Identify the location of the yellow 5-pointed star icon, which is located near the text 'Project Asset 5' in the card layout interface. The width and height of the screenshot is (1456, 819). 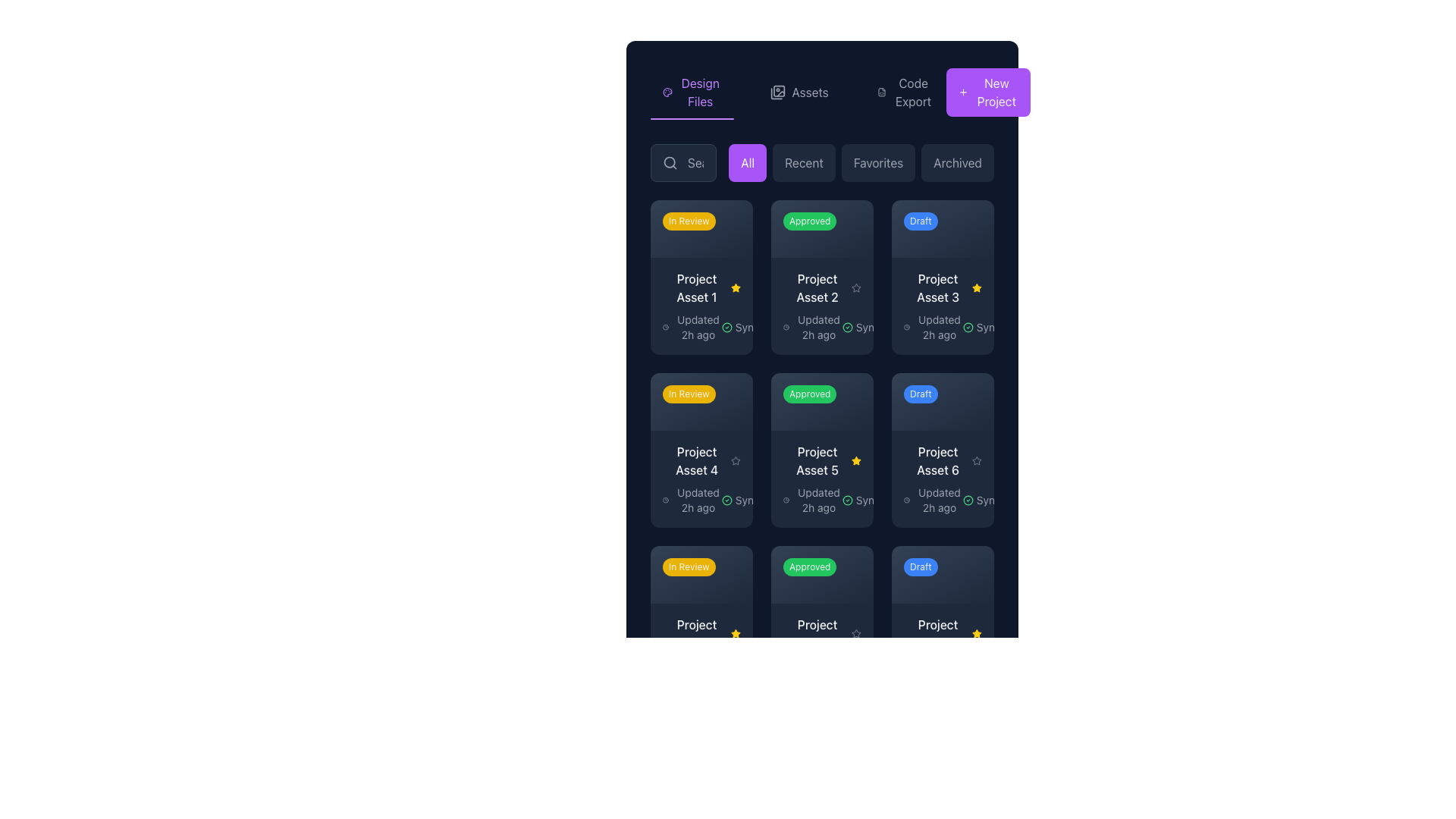
(977, 633).